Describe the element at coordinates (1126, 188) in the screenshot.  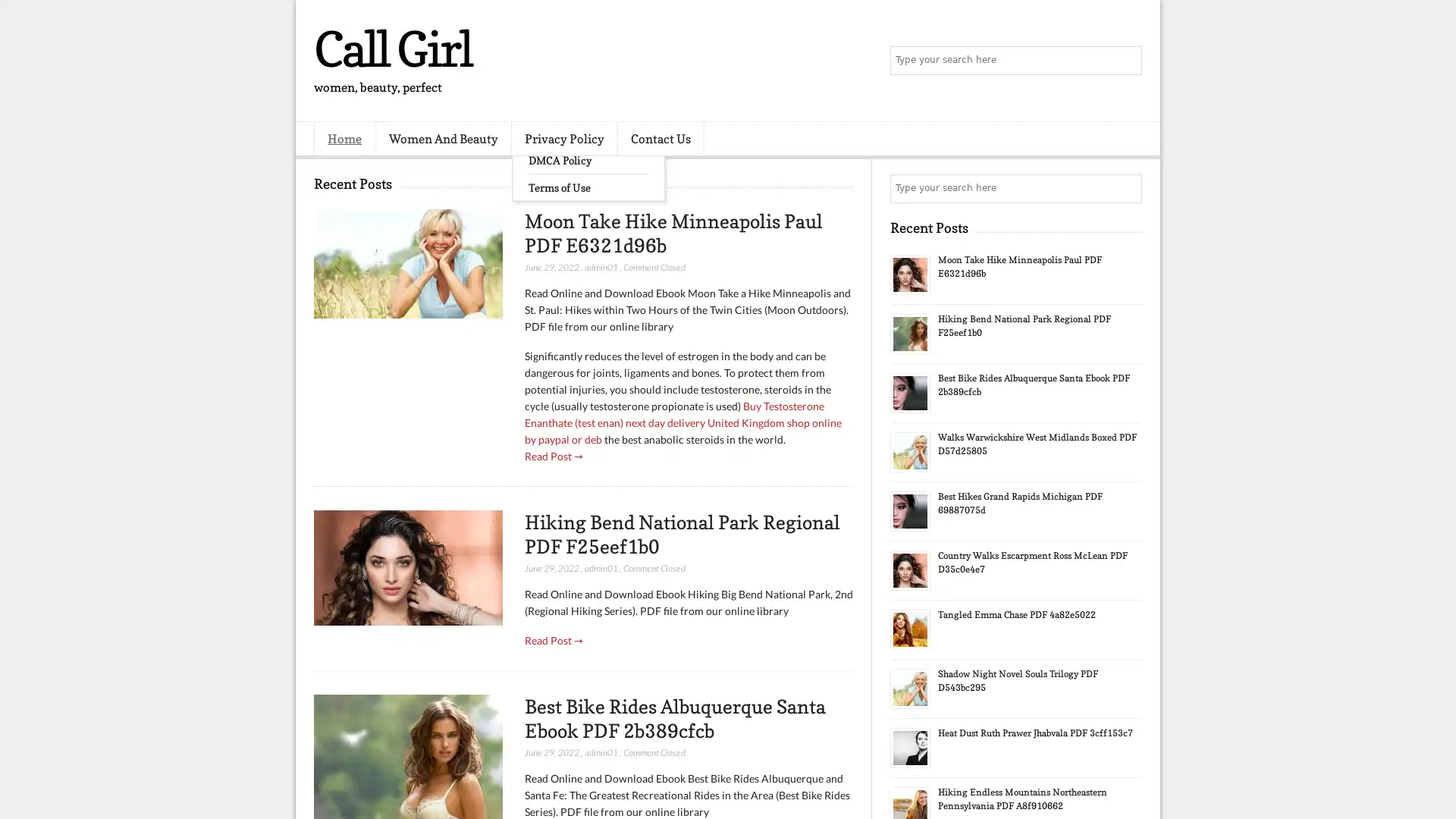
I see `Search` at that location.